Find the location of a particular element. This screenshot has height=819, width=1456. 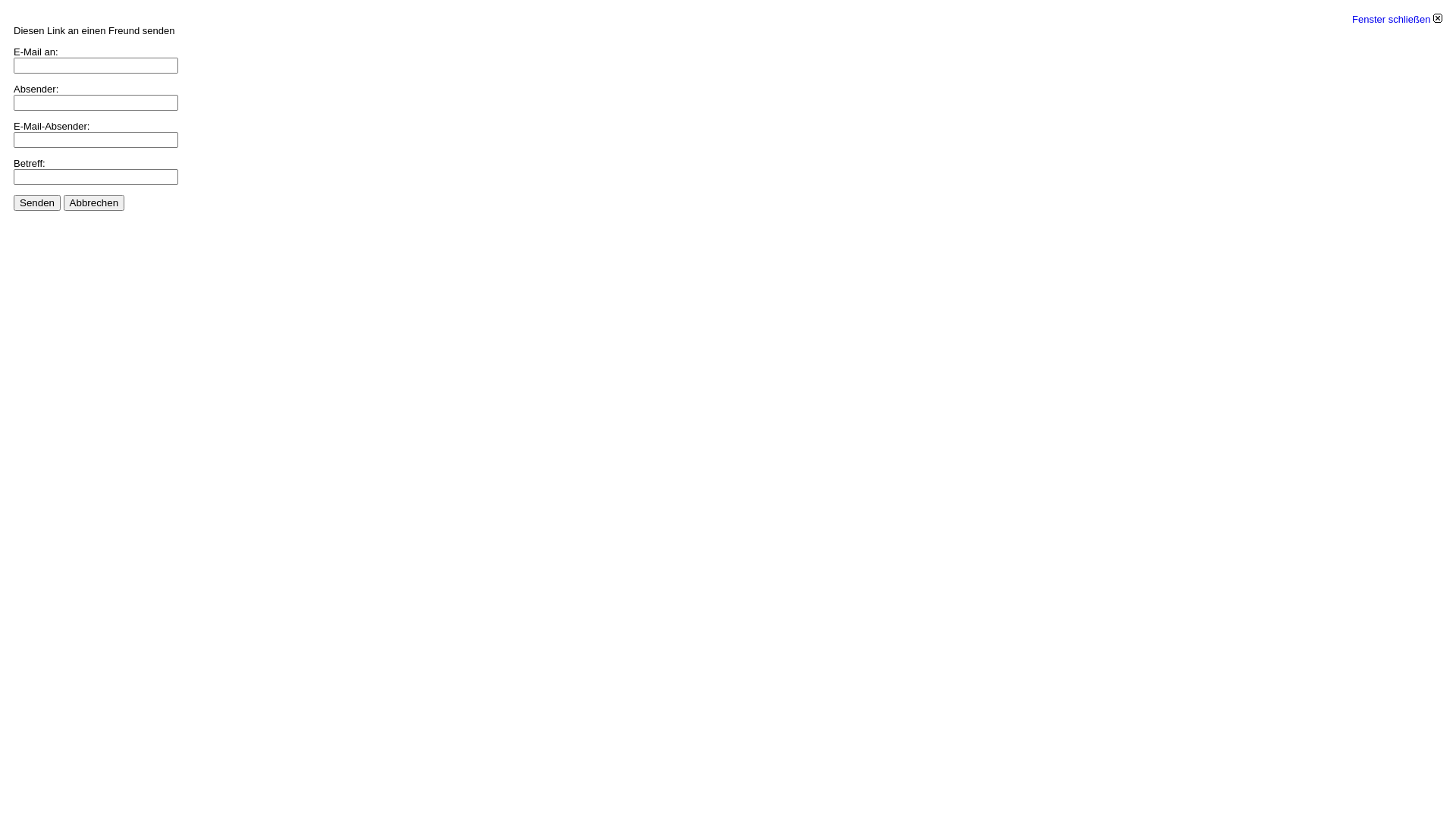

'Abbrechen' is located at coordinates (93, 202).